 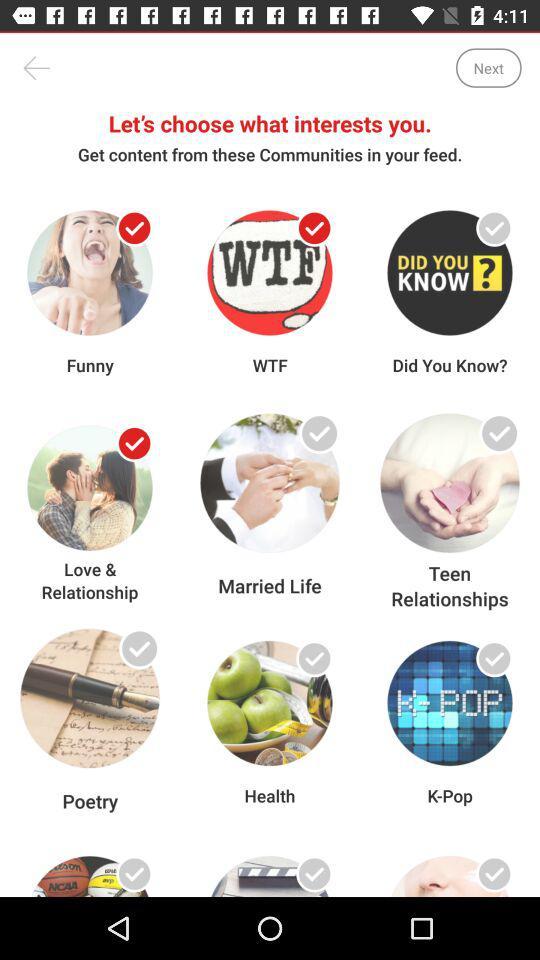 What do you see at coordinates (314, 657) in the screenshot?
I see `sets health as a community in your feed` at bounding box center [314, 657].